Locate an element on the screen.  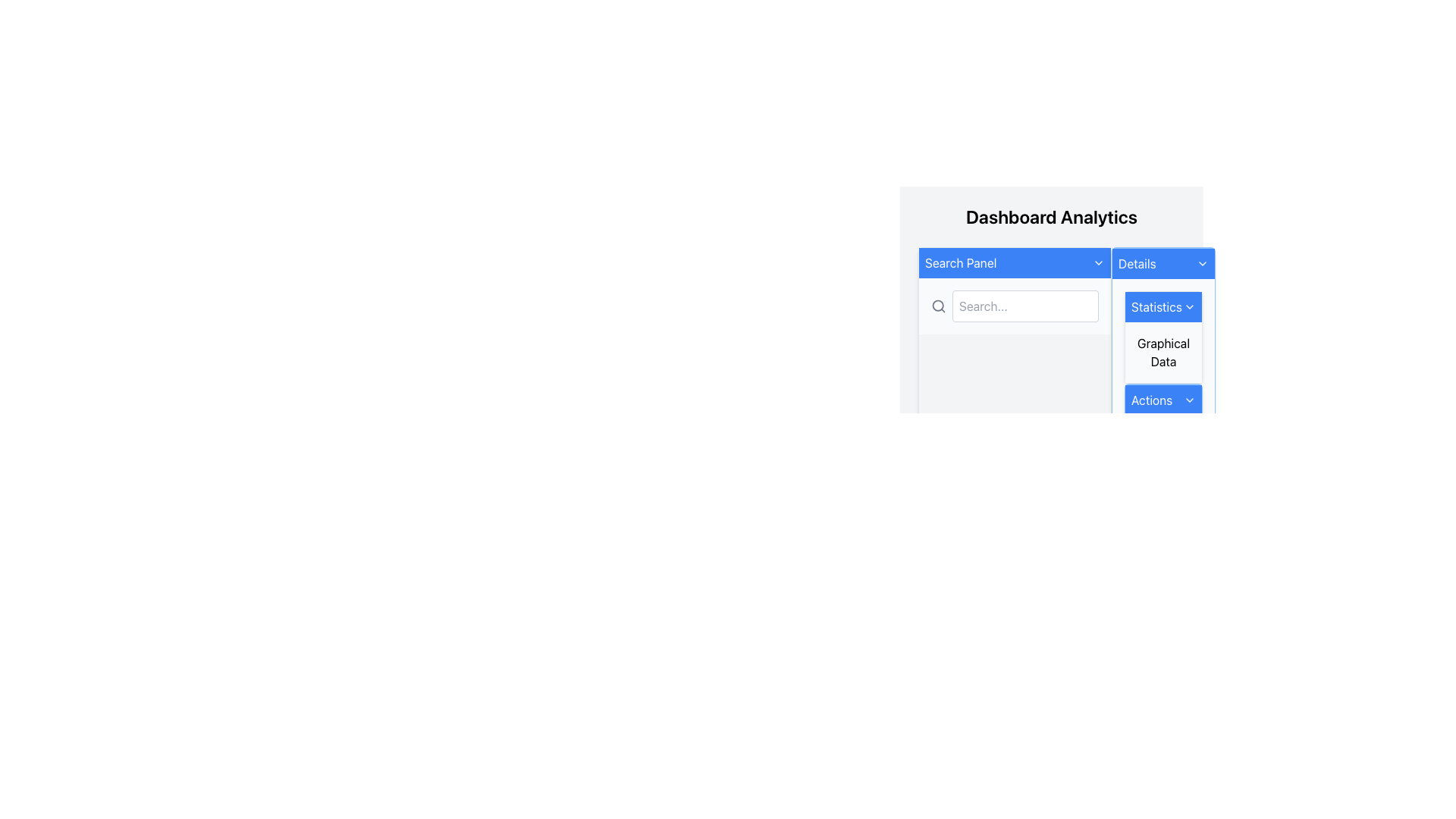
the interactive dropdown menu item located in the right-side details panel under the 'Details' dropdown, which is the third section listed after 'Statistics' and 'Graphical Data' is located at coordinates (1163, 400).